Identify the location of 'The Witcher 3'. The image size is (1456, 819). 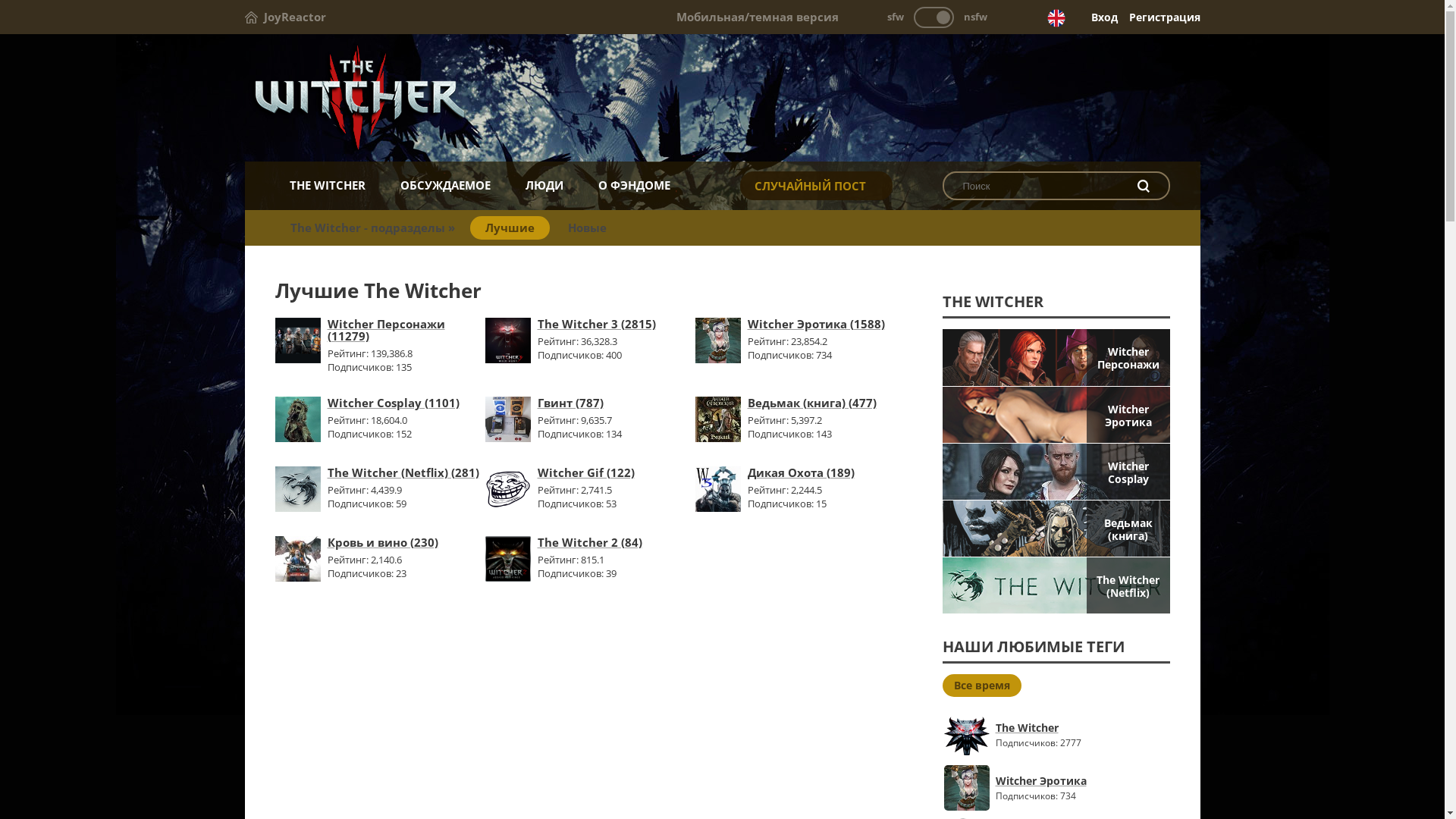
(508, 359).